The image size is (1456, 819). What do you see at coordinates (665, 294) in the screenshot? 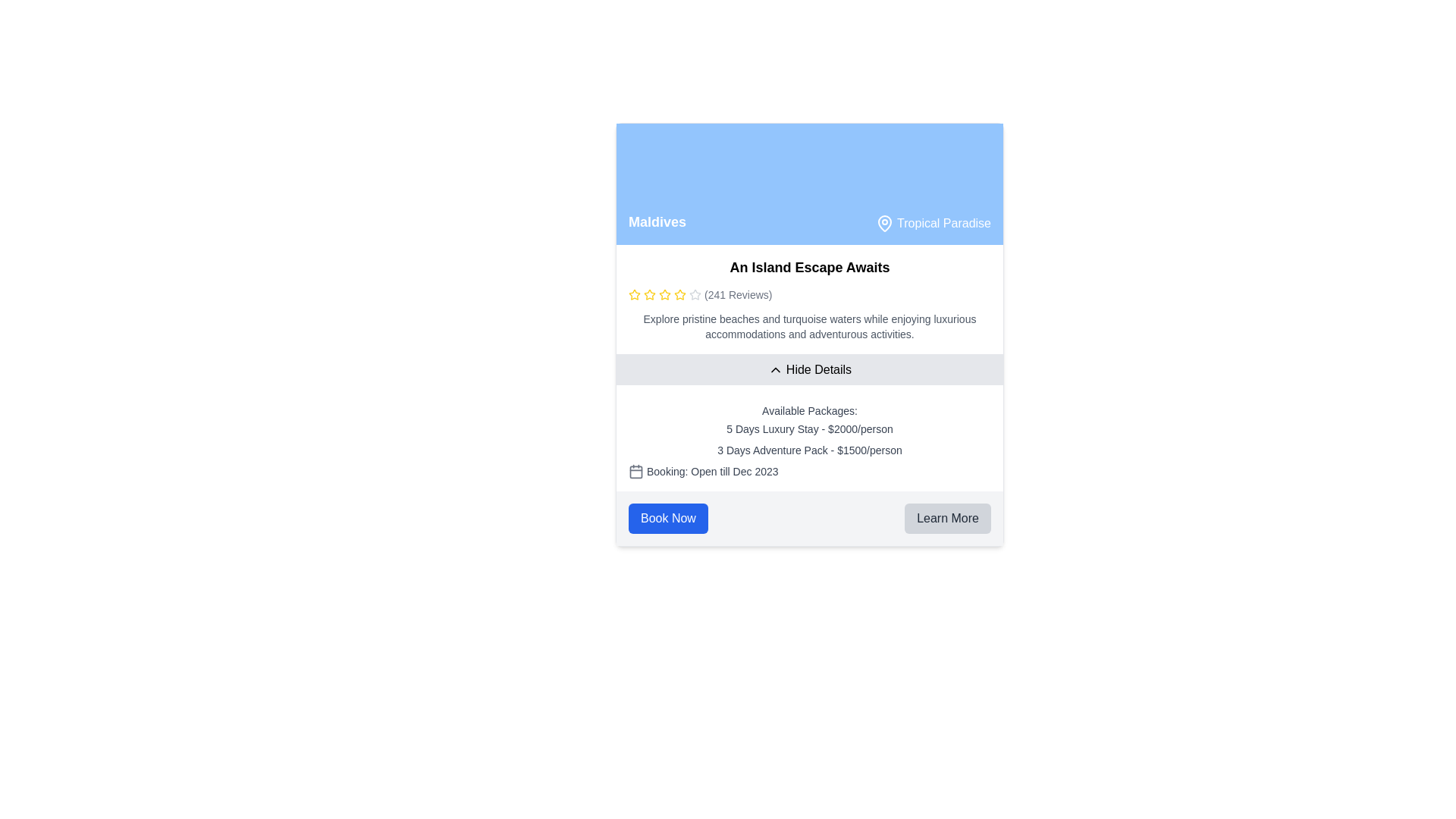
I see `the second star icon in the user ratings section, which is styled with a yellow fill and thin border, located below the header 'An Island Escape Awaits' and next to '(241 Reviews)'` at bounding box center [665, 294].